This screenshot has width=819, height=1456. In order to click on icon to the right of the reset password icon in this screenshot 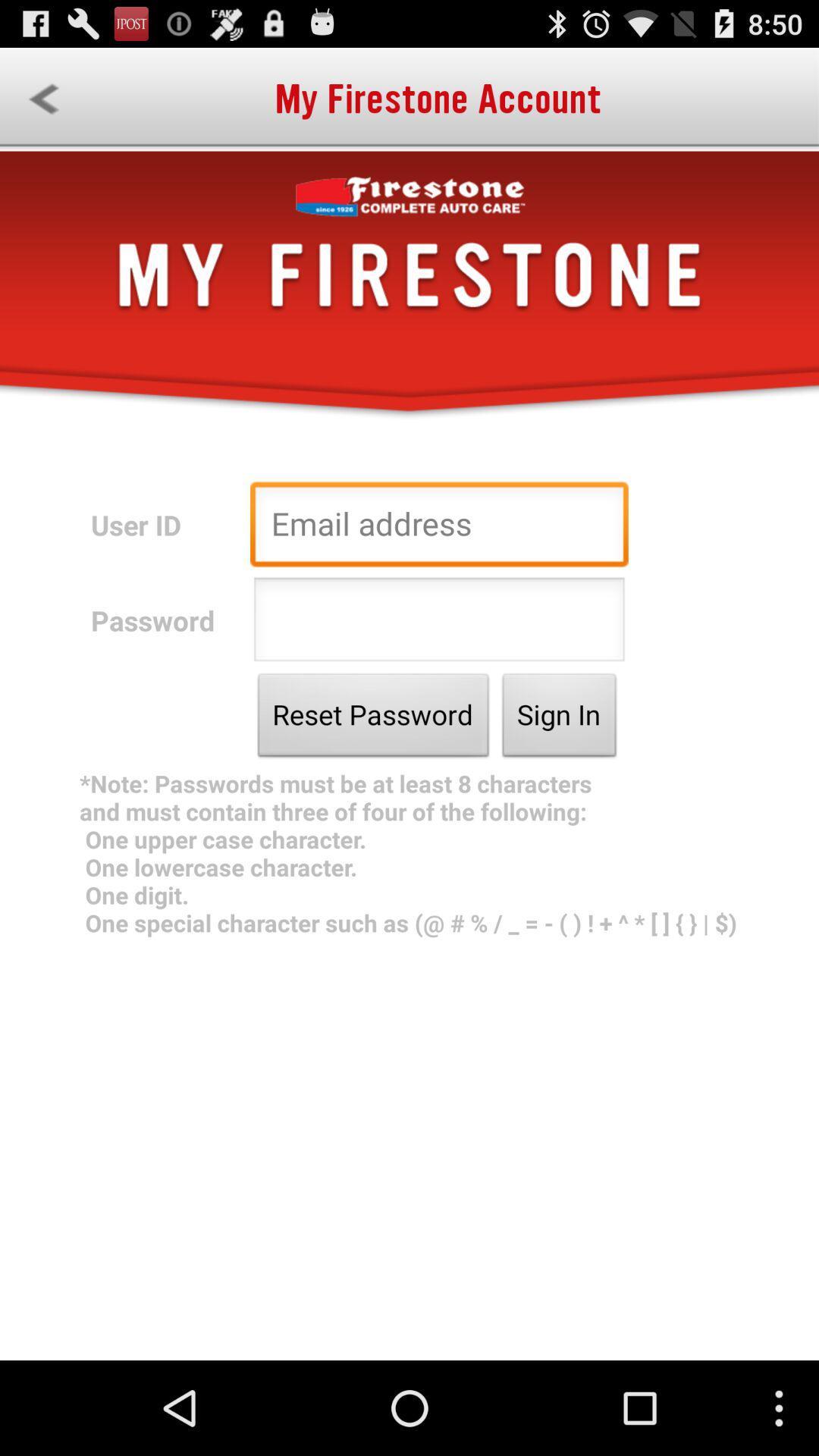, I will do `click(559, 718)`.